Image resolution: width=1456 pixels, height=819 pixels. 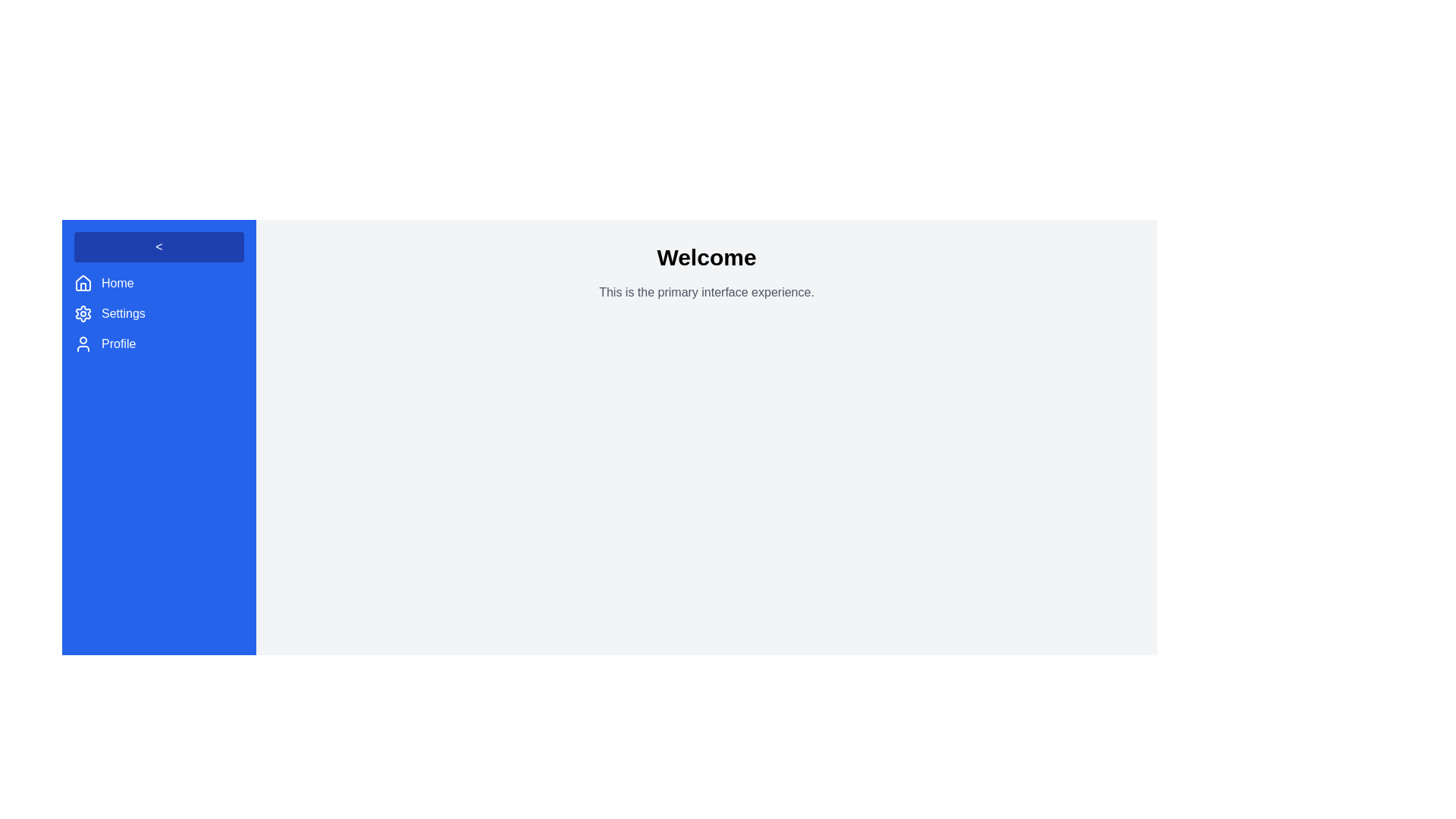 I want to click on the blue gear-shaped icon with white outlines next to the 'Settings' label in the vertical navigation menu, so click(x=83, y=312).